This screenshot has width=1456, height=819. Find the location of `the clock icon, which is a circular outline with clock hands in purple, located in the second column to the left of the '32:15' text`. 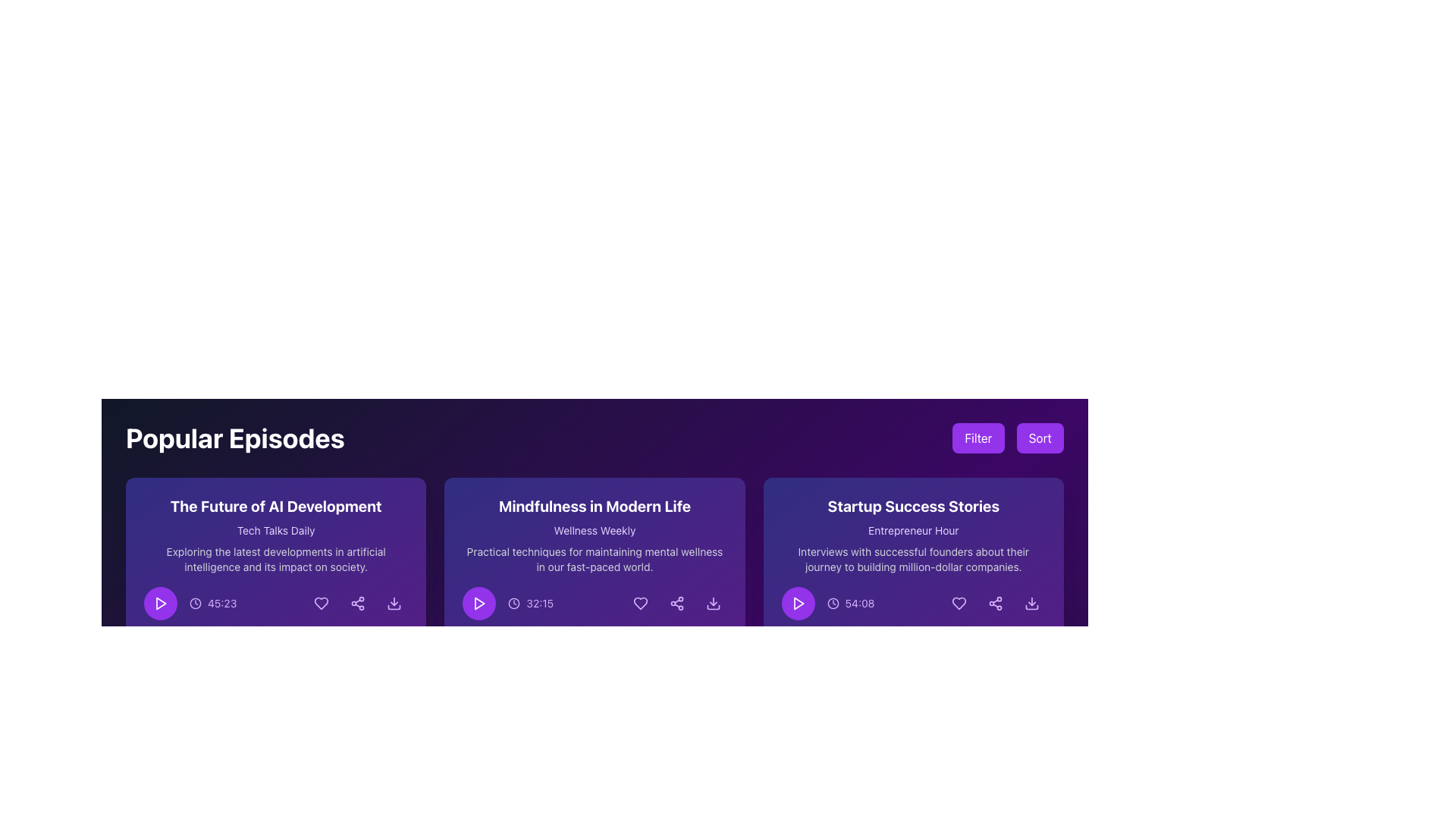

the clock icon, which is a circular outline with clock hands in purple, located in the second column to the left of the '32:15' text is located at coordinates (514, 602).